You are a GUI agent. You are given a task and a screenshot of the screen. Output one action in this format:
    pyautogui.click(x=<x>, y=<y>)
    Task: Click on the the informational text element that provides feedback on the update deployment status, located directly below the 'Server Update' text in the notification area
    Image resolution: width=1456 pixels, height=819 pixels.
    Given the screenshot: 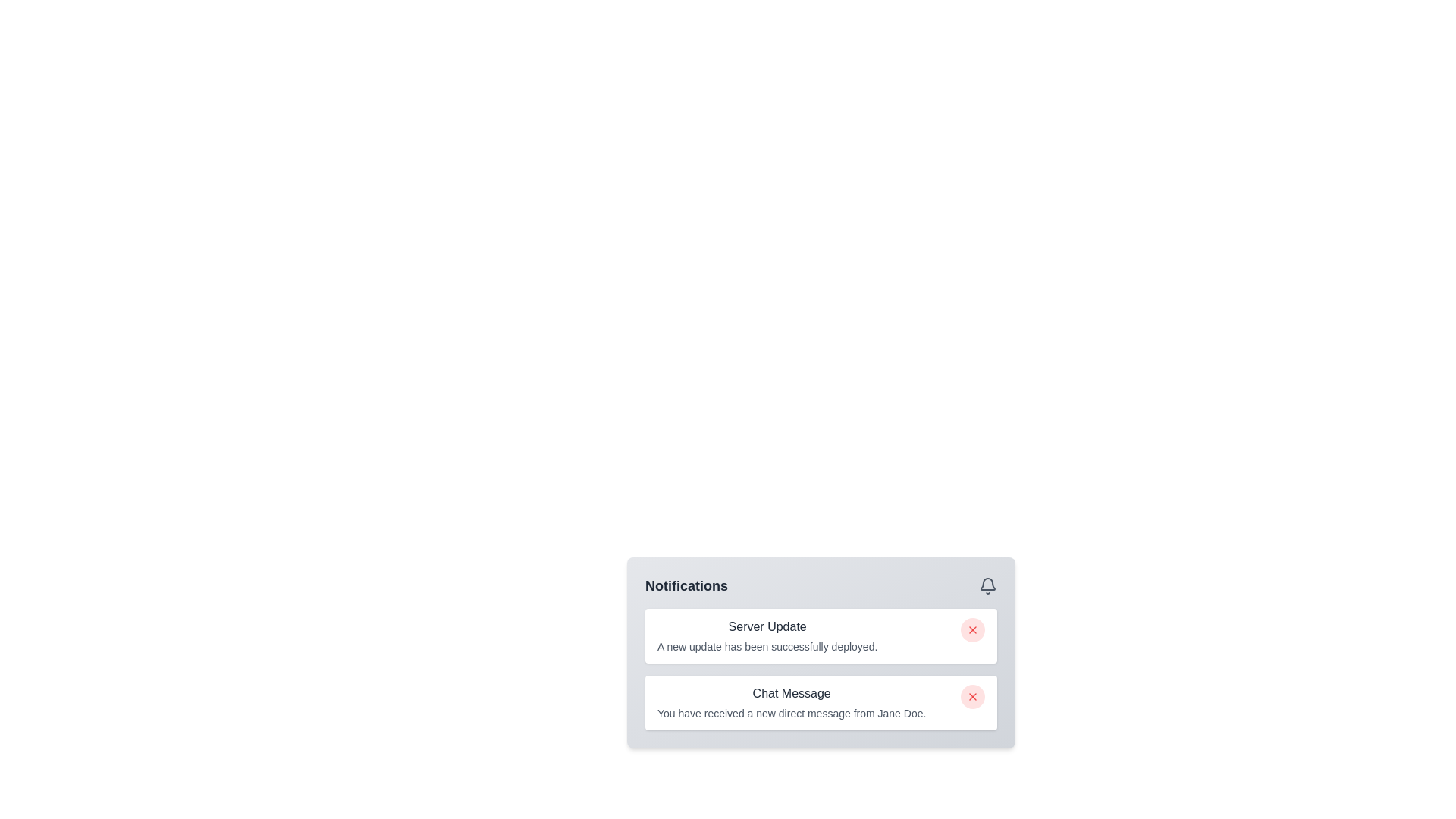 What is the action you would take?
    pyautogui.click(x=767, y=646)
    